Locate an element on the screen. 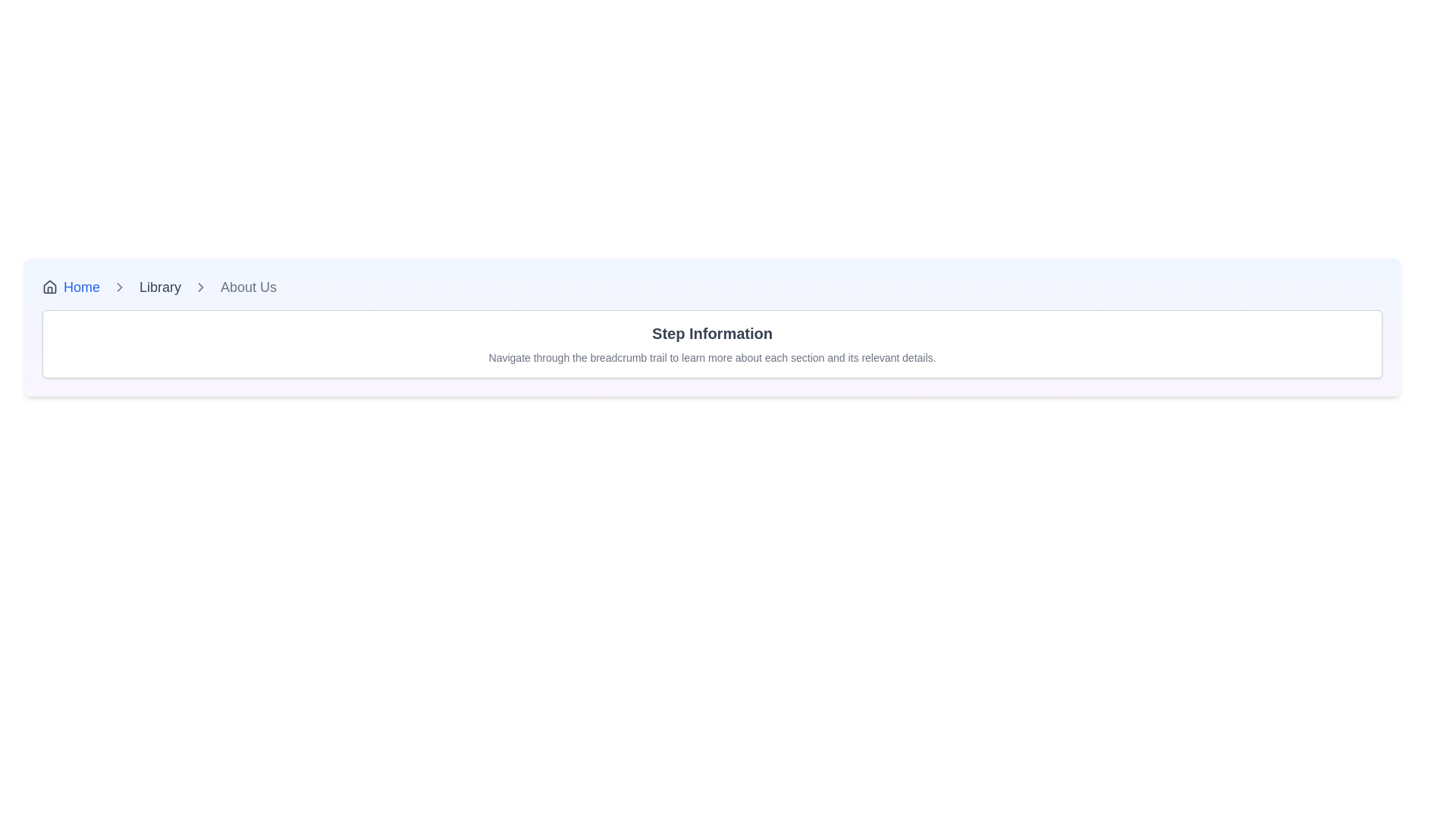 The width and height of the screenshot is (1456, 819). the clickable text link in the breadcrumb navigation bar that redirects to the 'Library' section of the application is located at coordinates (160, 287).